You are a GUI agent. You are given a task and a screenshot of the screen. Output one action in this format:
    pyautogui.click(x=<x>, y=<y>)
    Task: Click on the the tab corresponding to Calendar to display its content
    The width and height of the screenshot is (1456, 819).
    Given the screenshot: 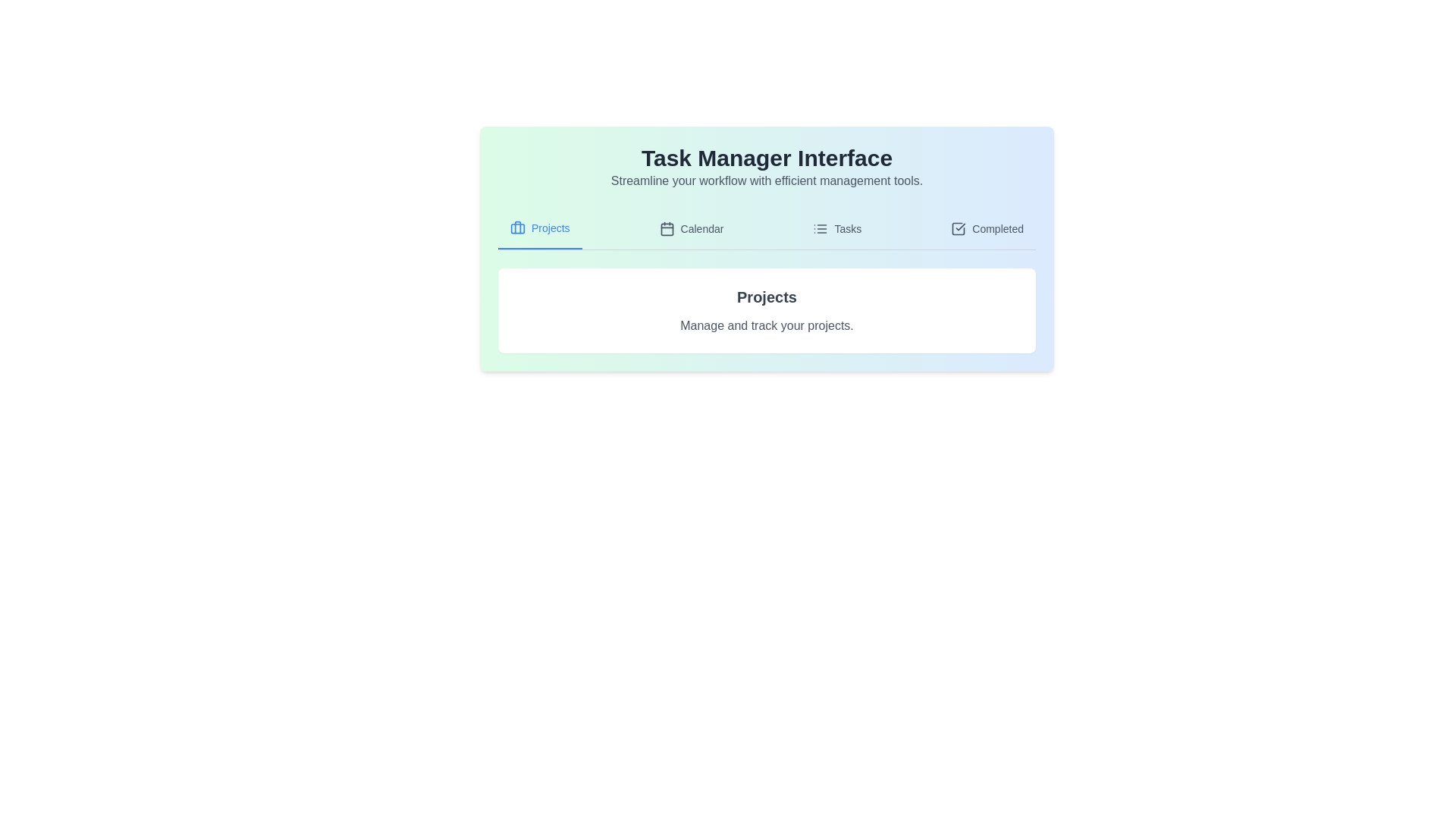 What is the action you would take?
    pyautogui.click(x=691, y=228)
    